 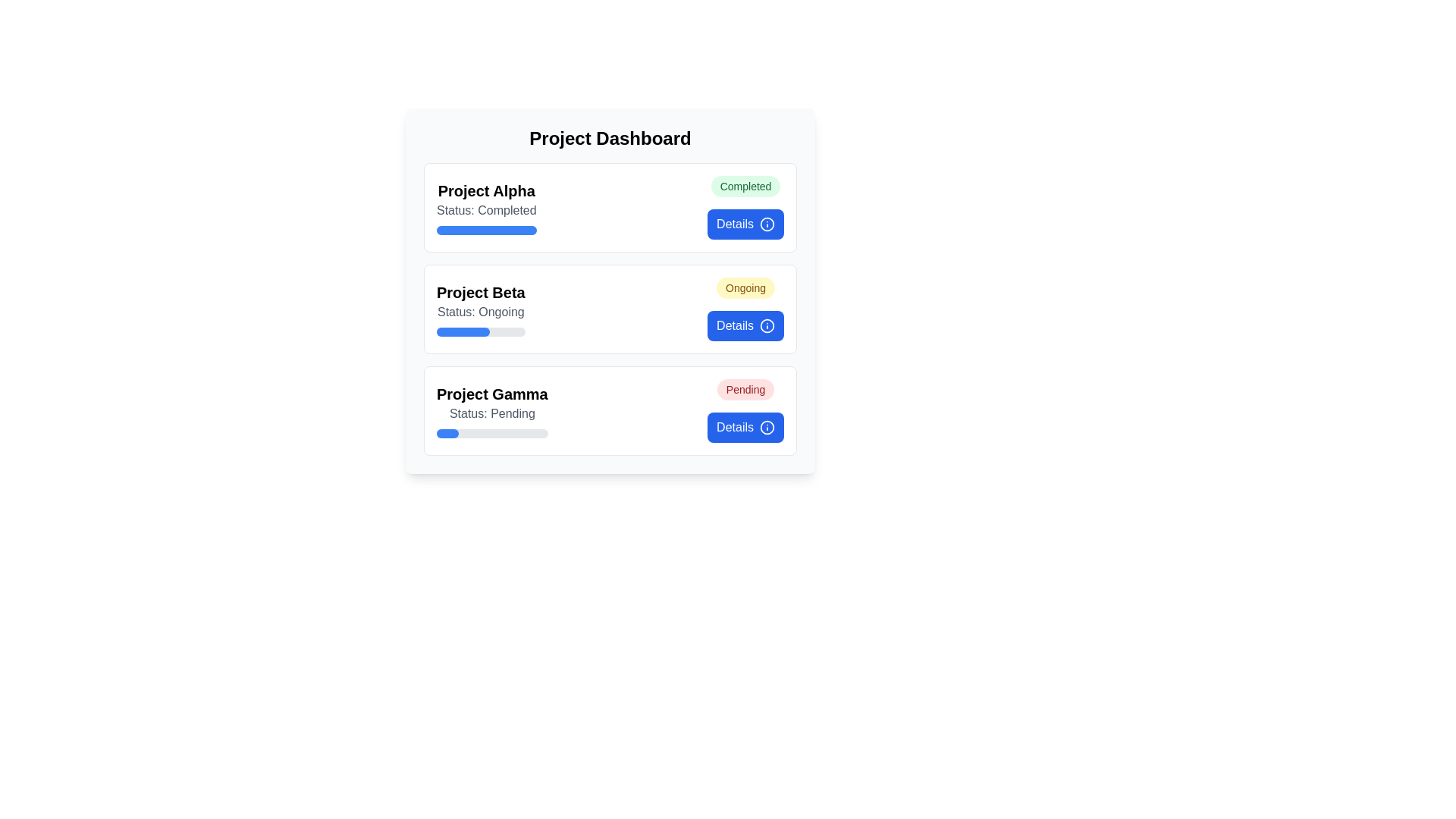 What do you see at coordinates (767, 427) in the screenshot?
I see `the graphical icon element within the 'Details' button associated with 'Project Gamma', located at the lower-right corner of the project information box` at bounding box center [767, 427].